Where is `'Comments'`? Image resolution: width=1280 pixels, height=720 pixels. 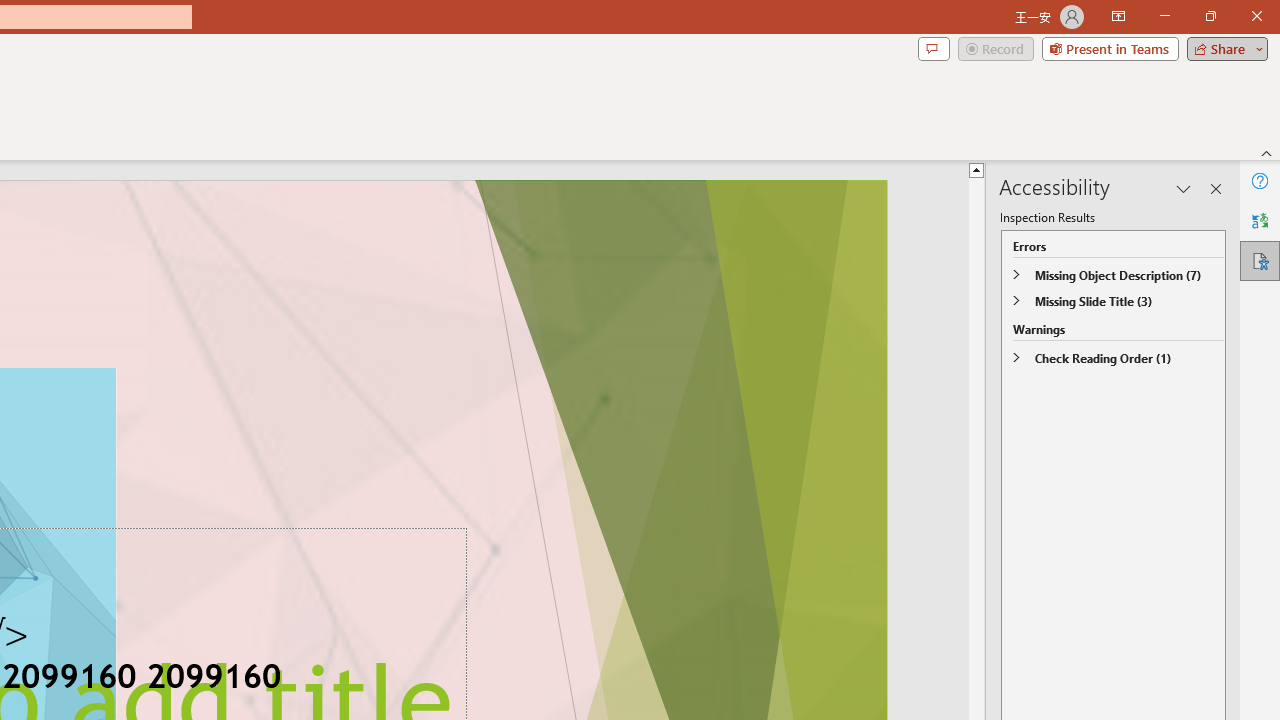
'Comments' is located at coordinates (932, 47).